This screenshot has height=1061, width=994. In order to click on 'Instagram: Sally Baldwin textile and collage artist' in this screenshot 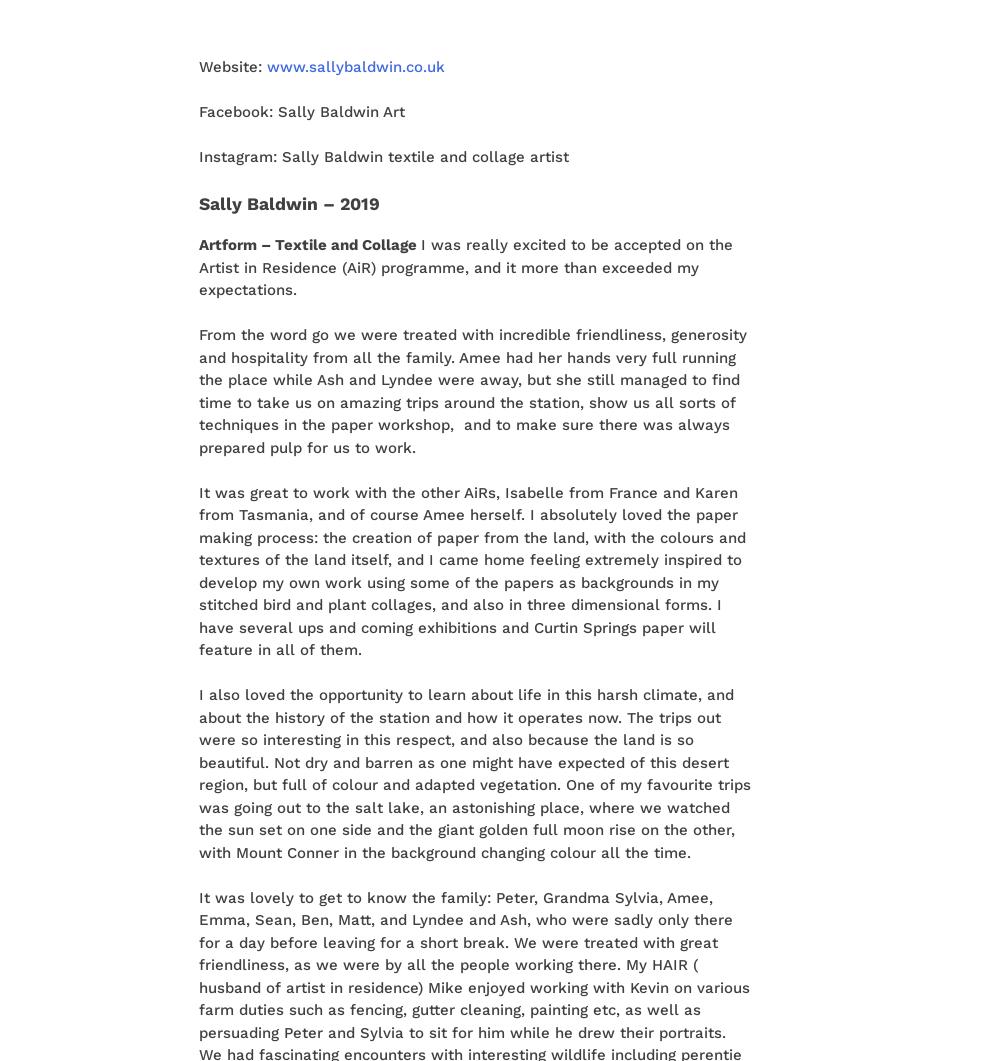, I will do `click(197, 155)`.